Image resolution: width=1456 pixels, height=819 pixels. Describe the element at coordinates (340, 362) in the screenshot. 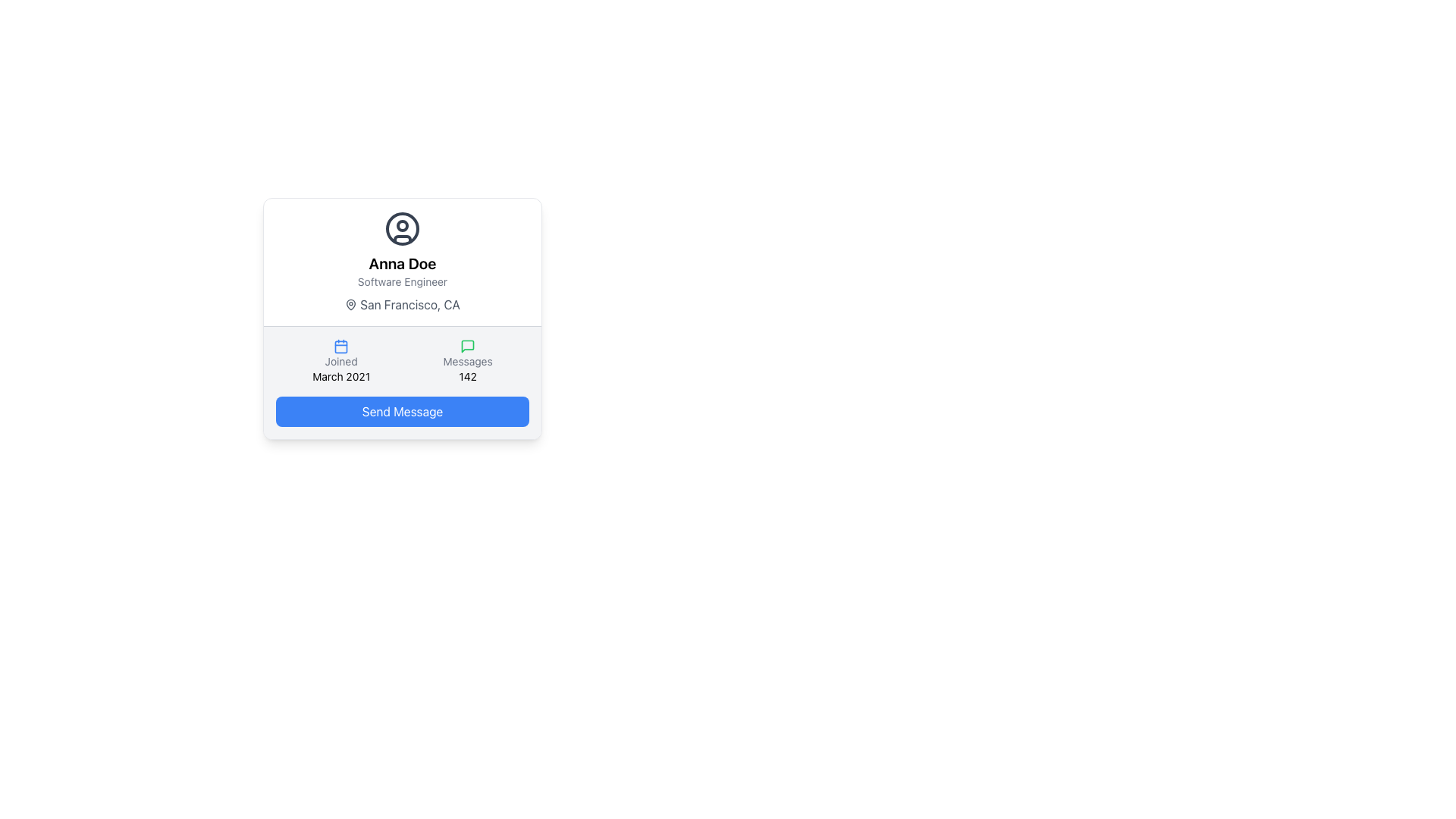

I see `the 'Joined' text label located in the user information card, positioned above the 'March 2021' text and to the right of the calendar icon` at that location.